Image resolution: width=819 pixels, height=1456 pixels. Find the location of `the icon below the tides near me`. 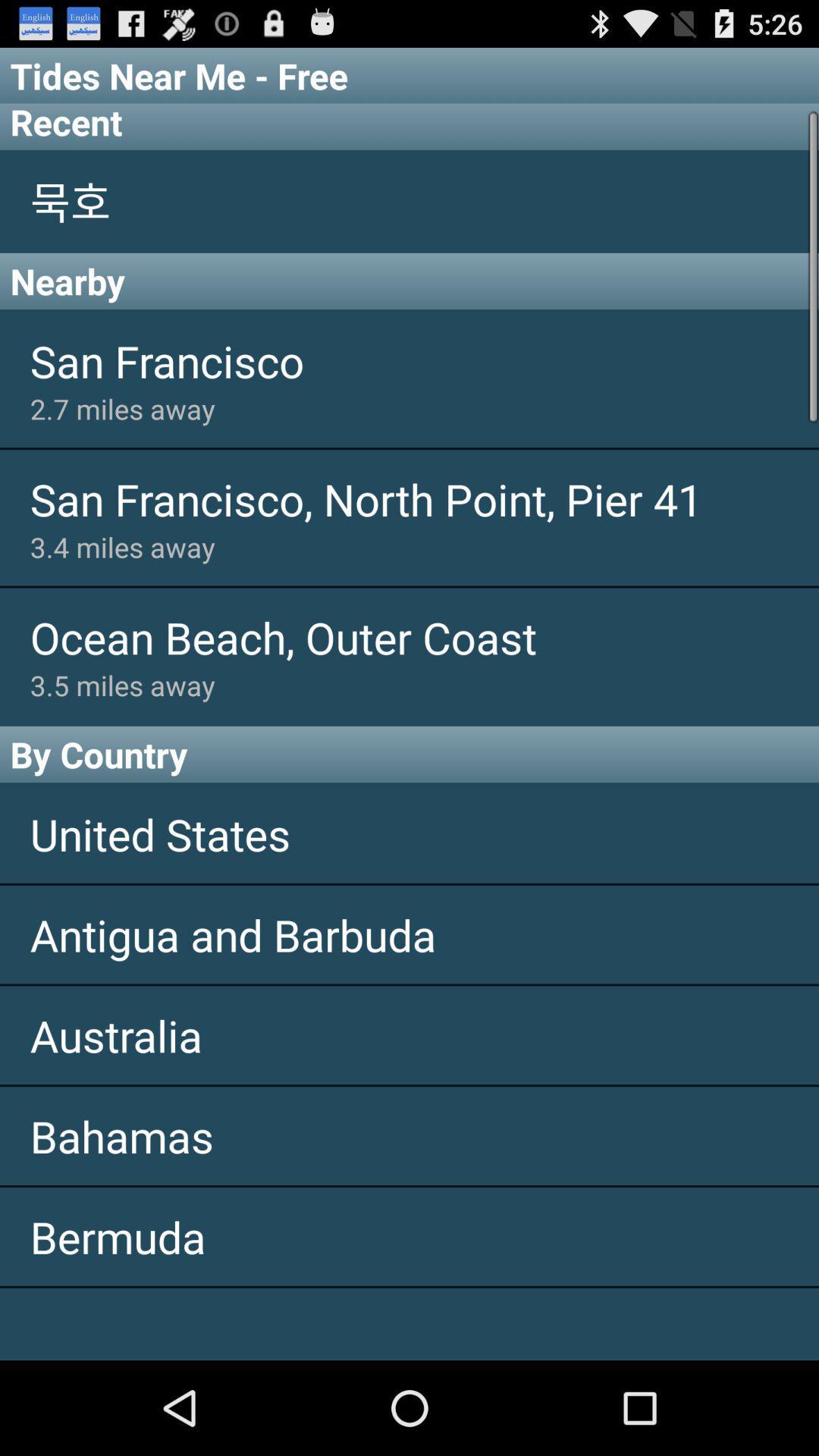

the icon below the tides near me is located at coordinates (409, 127).